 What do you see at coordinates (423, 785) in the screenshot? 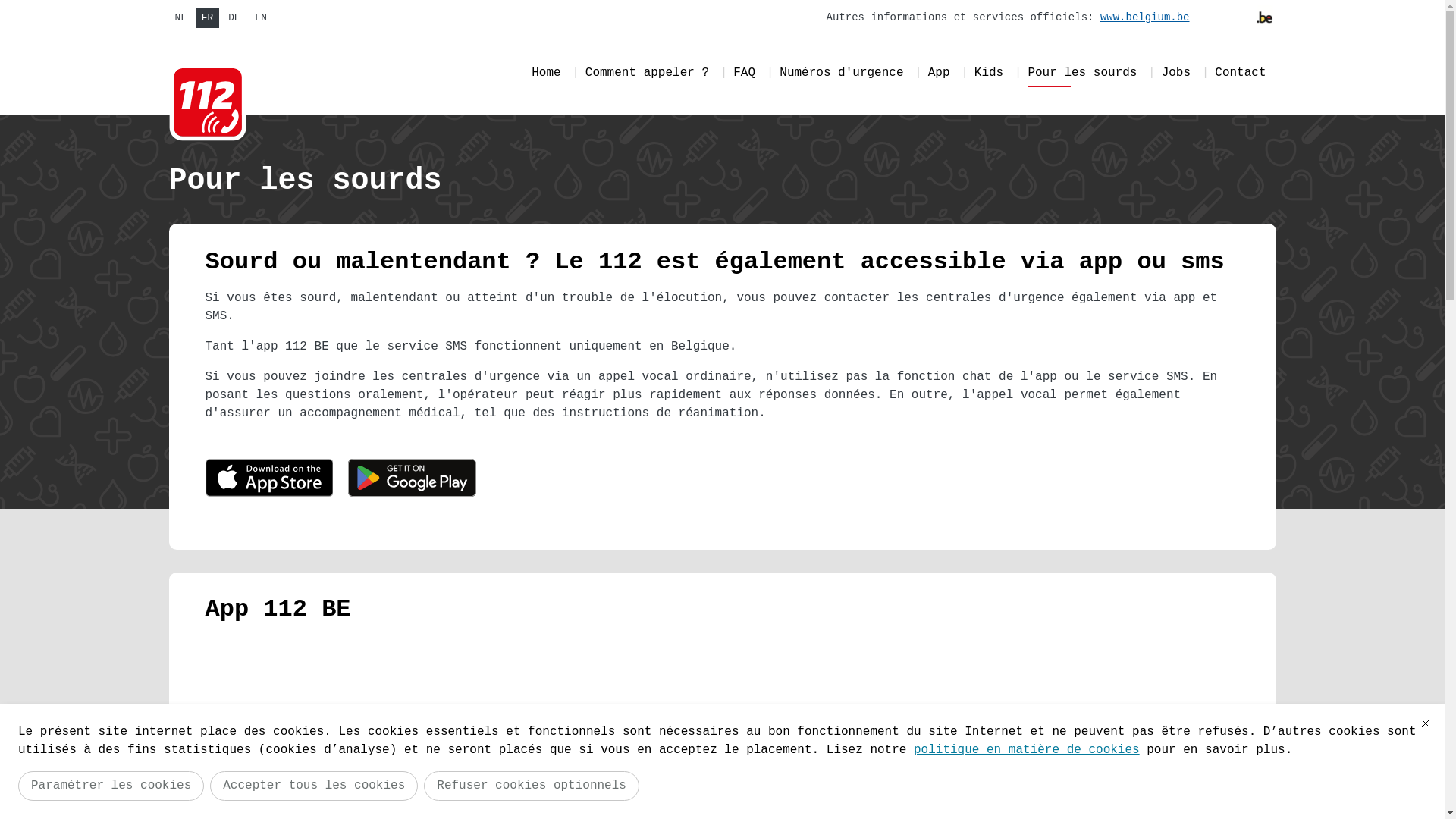
I see `'Refuser cookies optionnels'` at bounding box center [423, 785].